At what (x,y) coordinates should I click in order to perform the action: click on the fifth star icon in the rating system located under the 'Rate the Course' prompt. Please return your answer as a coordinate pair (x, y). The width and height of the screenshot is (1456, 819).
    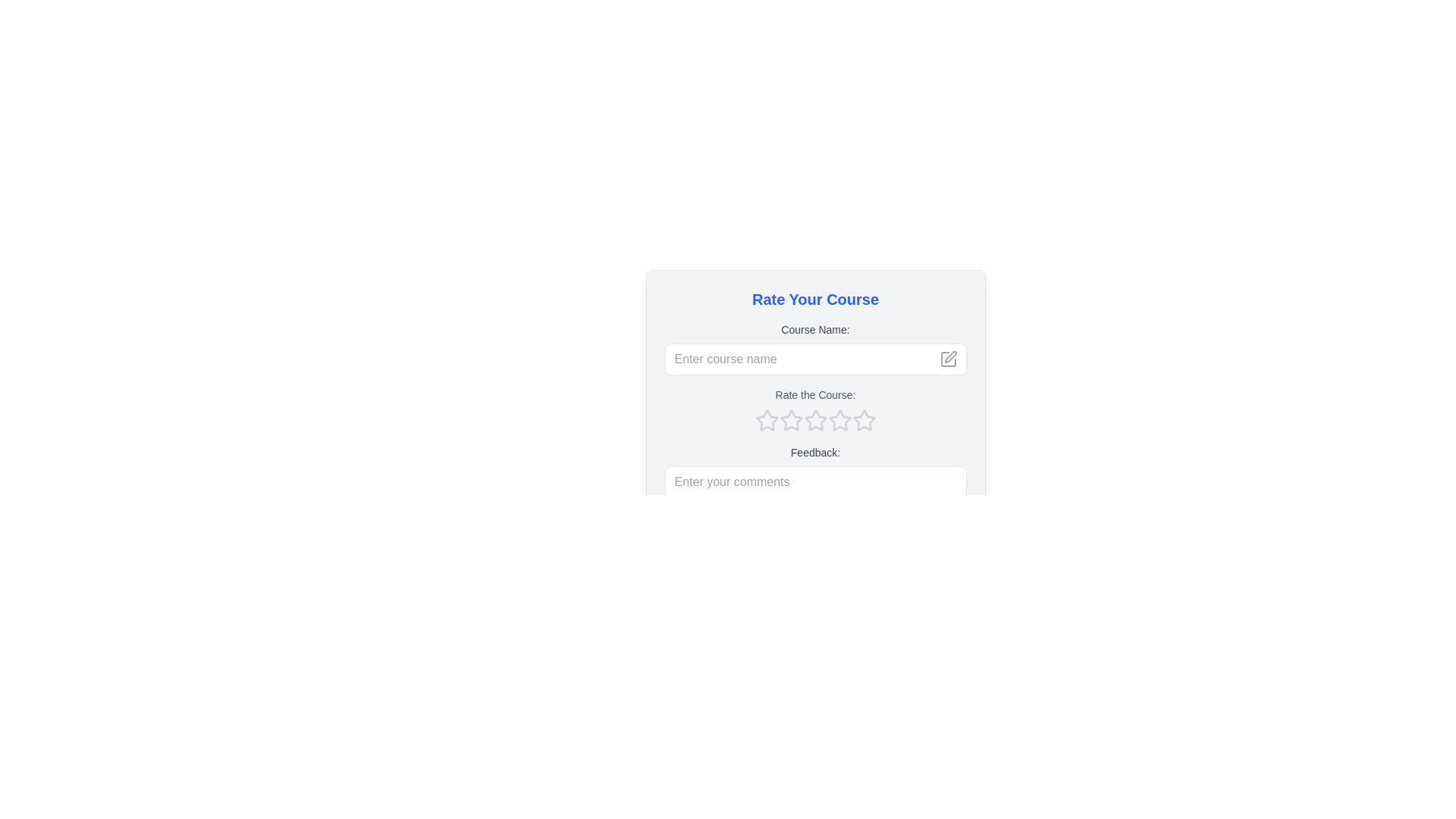
    Looking at the image, I should click on (839, 421).